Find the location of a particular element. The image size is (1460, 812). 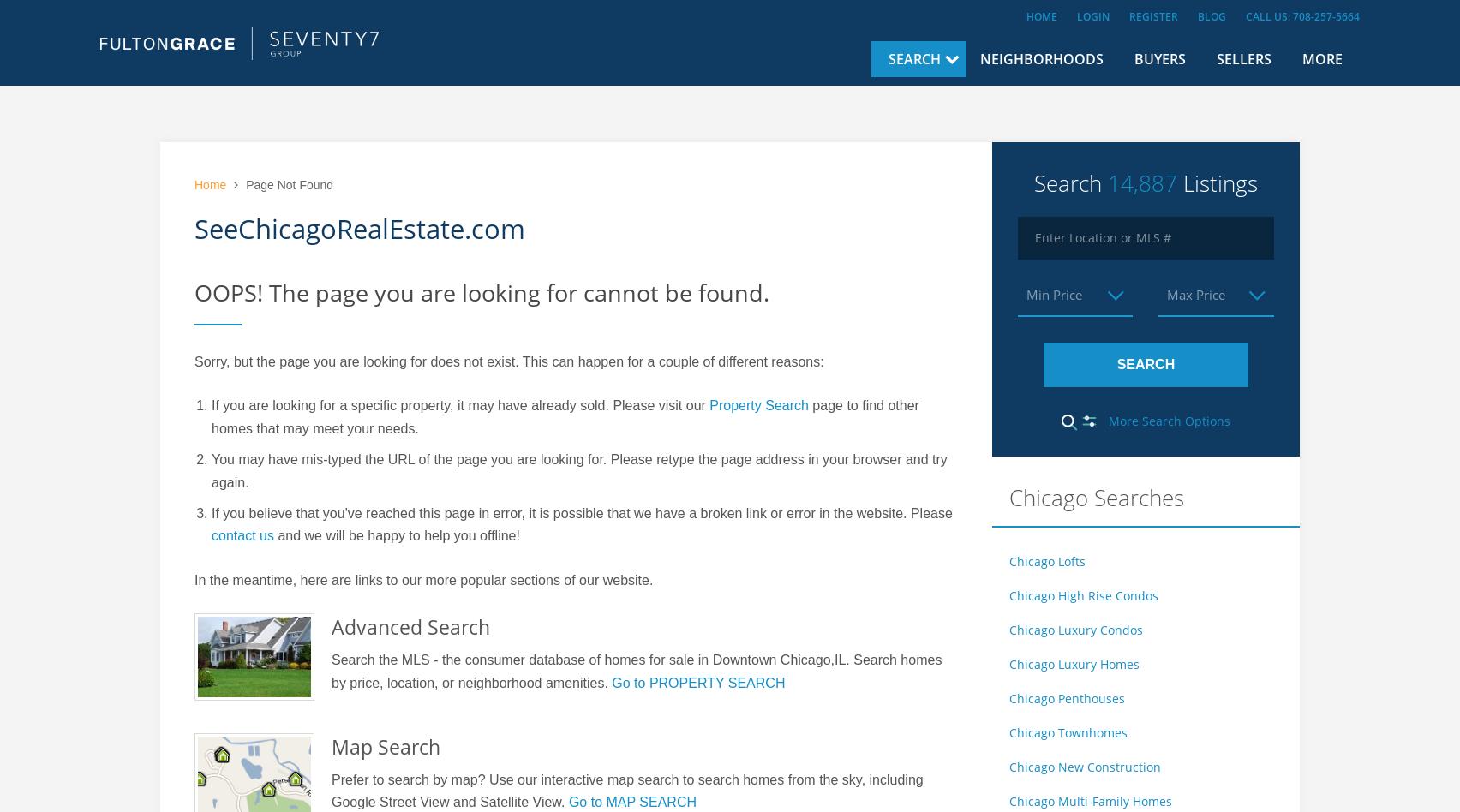

'Property Search' is located at coordinates (758, 404).